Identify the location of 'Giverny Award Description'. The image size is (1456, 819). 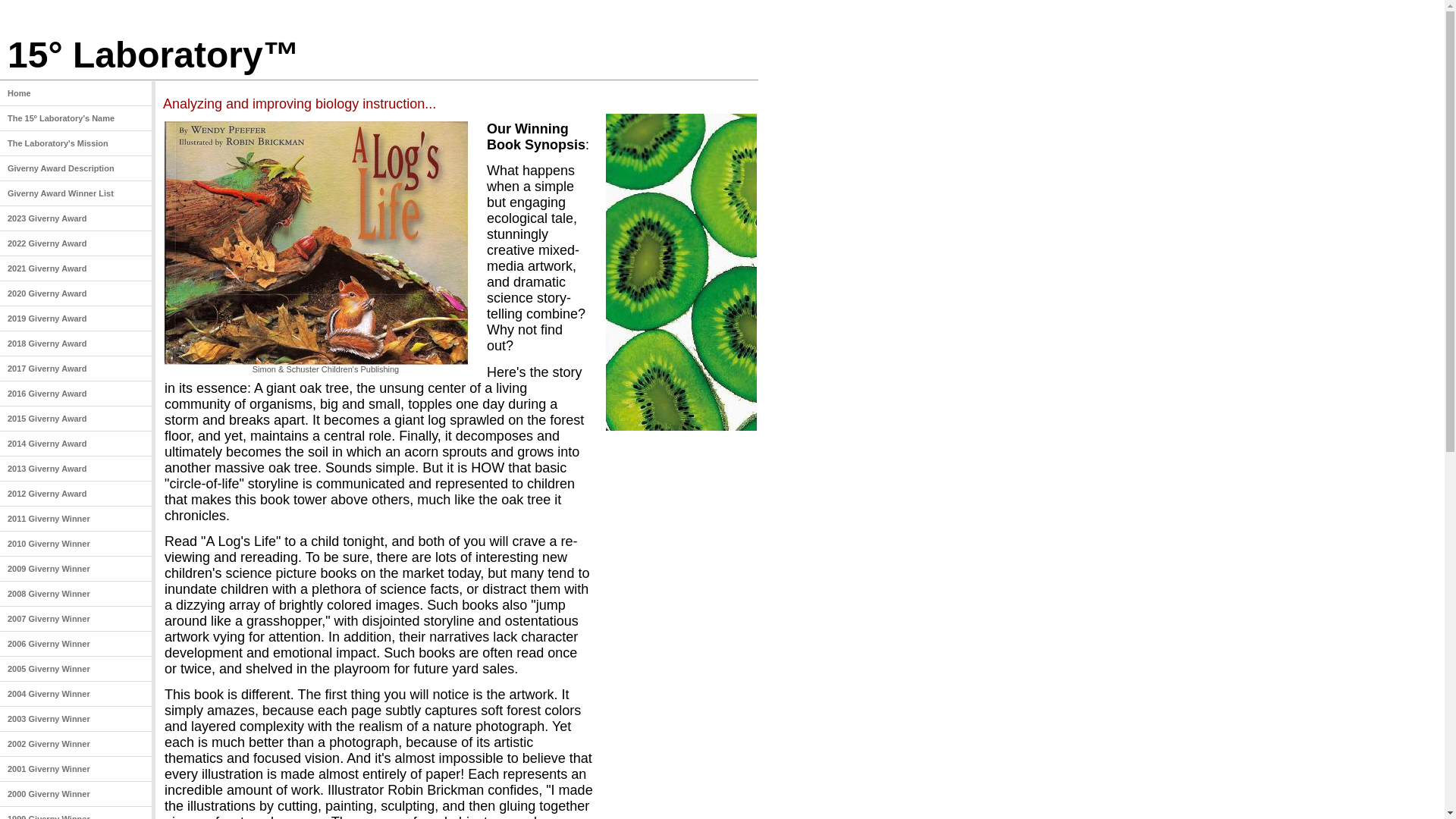
(75, 168).